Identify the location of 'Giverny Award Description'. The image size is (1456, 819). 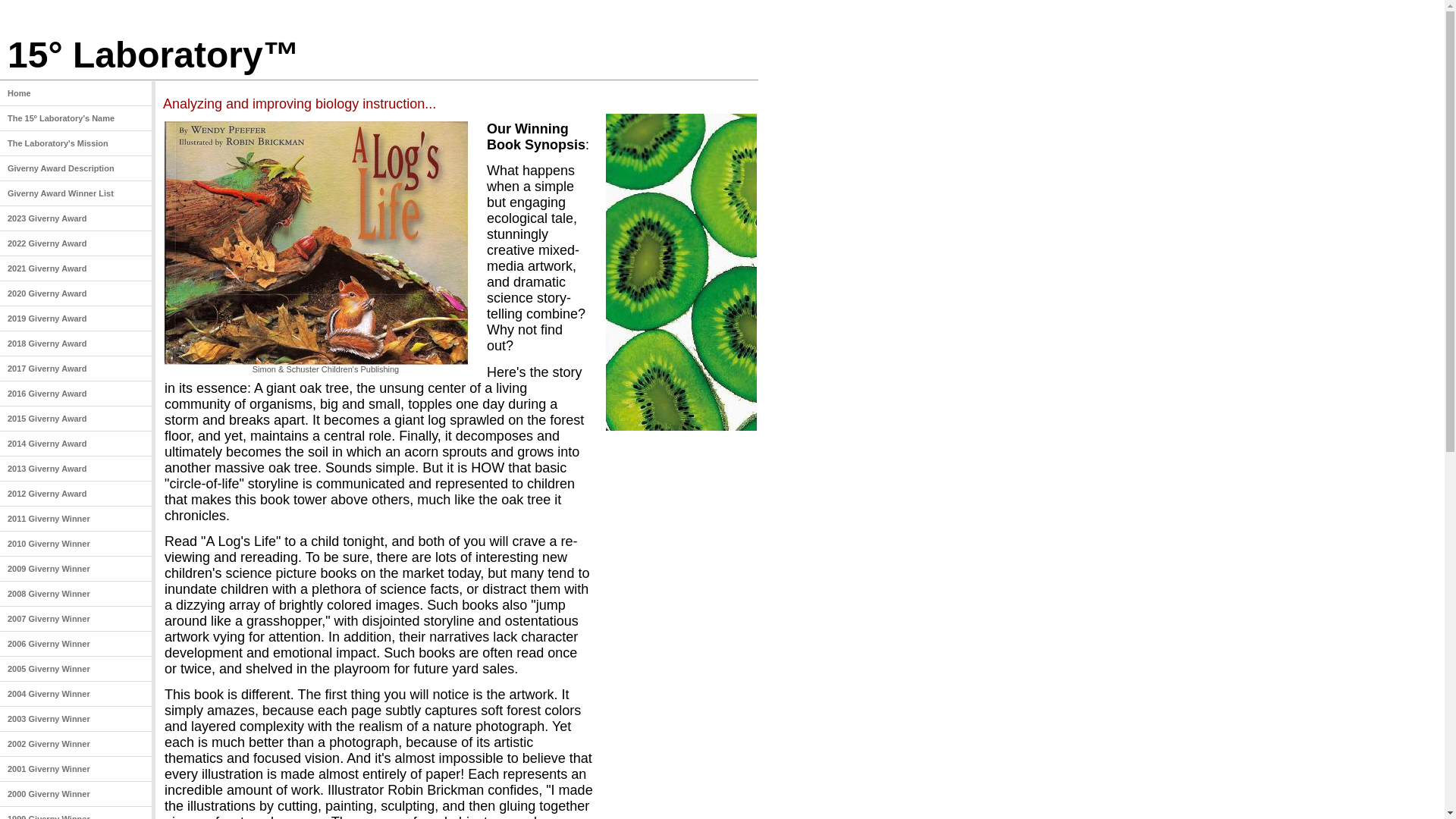
(75, 168).